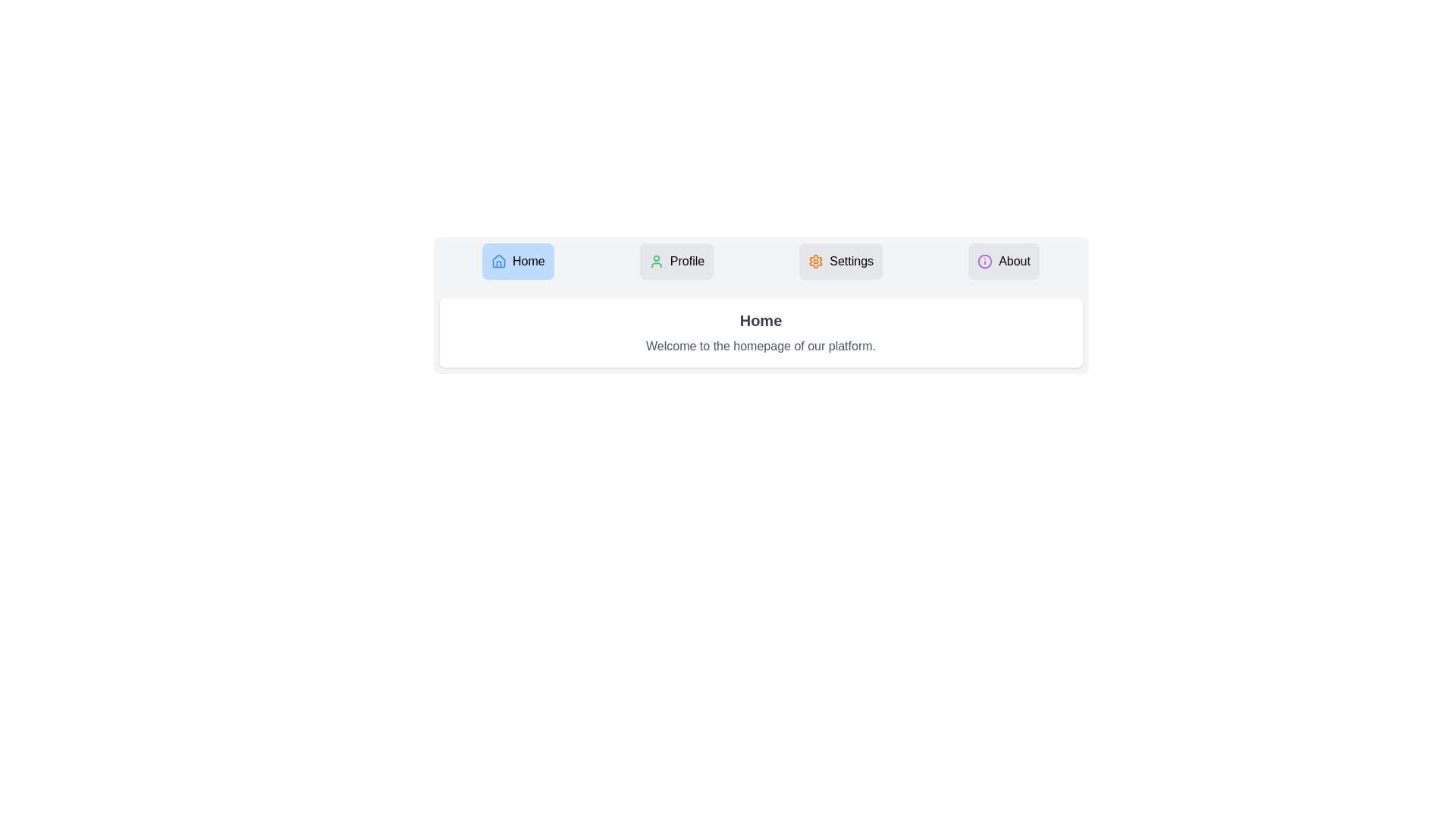 This screenshot has width=1456, height=819. Describe the element at coordinates (840, 260) in the screenshot. I see `the Settings tab by clicking on its button` at that location.